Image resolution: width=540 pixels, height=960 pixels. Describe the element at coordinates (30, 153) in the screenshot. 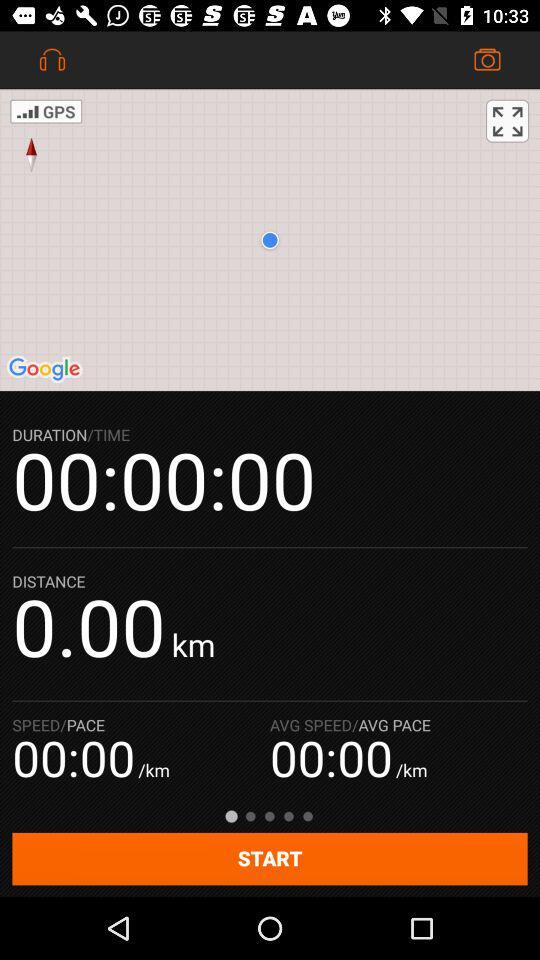

I see `the explore icon` at that location.